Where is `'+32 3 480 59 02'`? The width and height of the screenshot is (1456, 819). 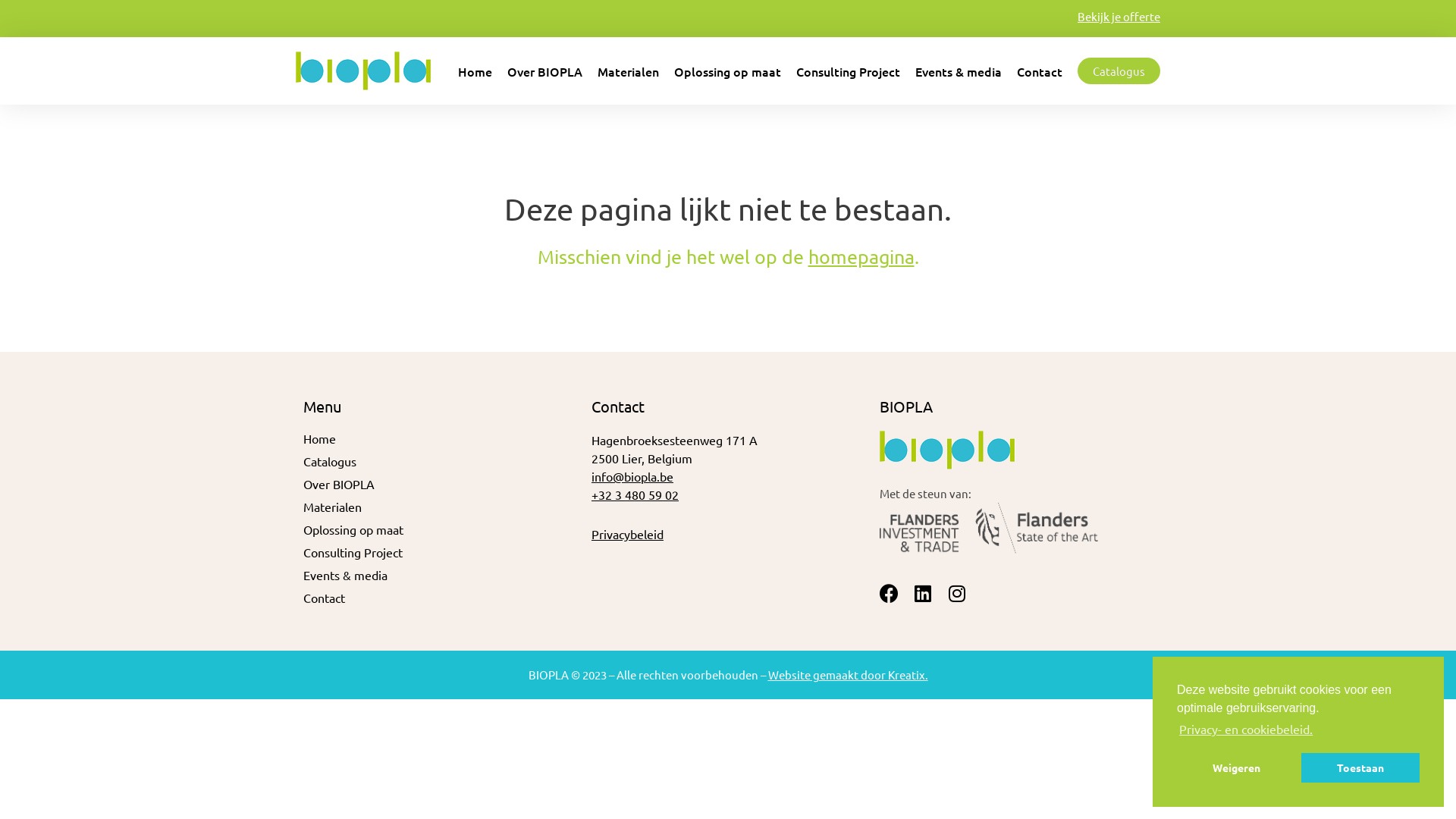
'+32 3 480 59 02' is located at coordinates (635, 494).